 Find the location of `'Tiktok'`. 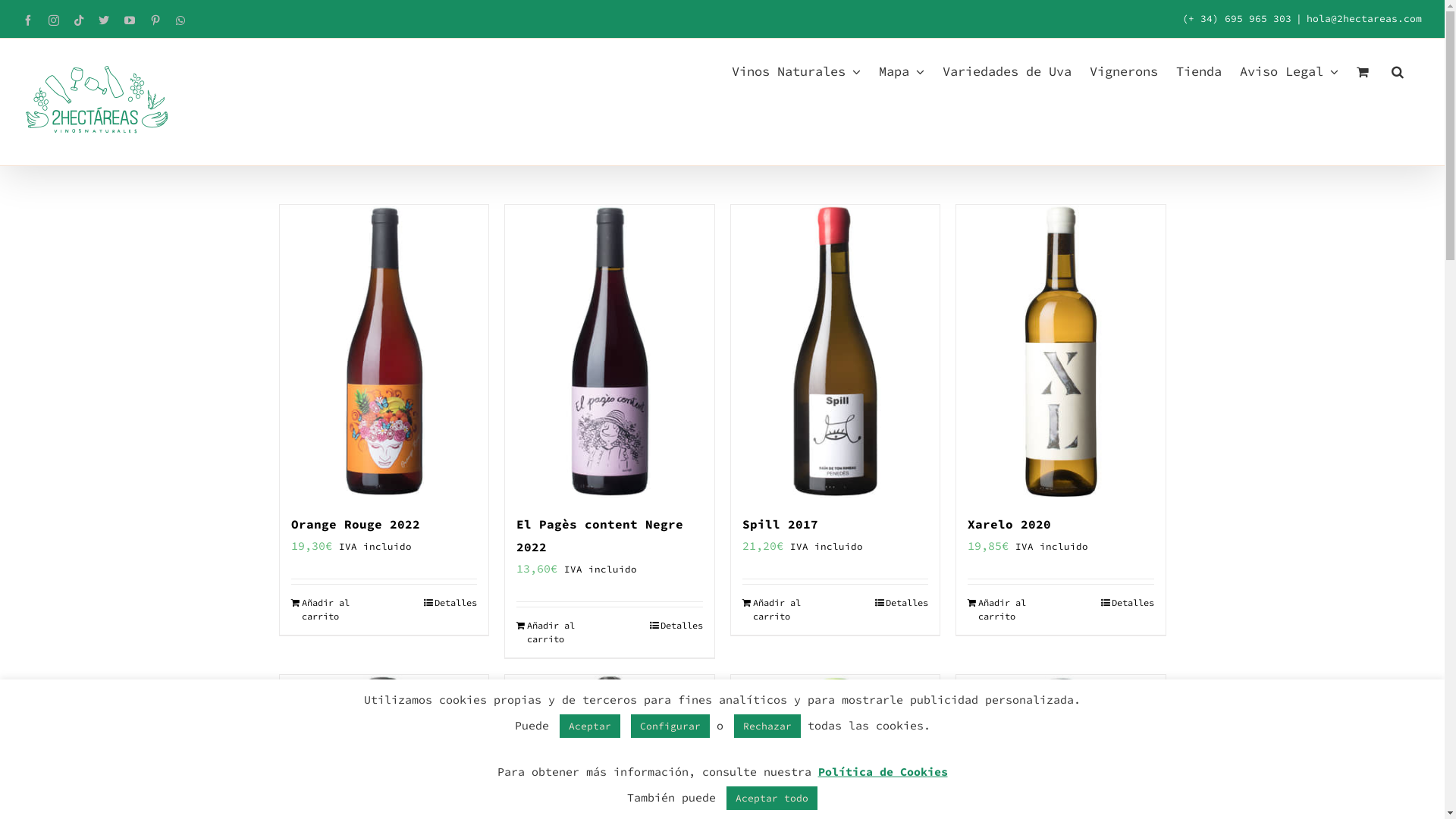

'Tiktok' is located at coordinates (78, 20).